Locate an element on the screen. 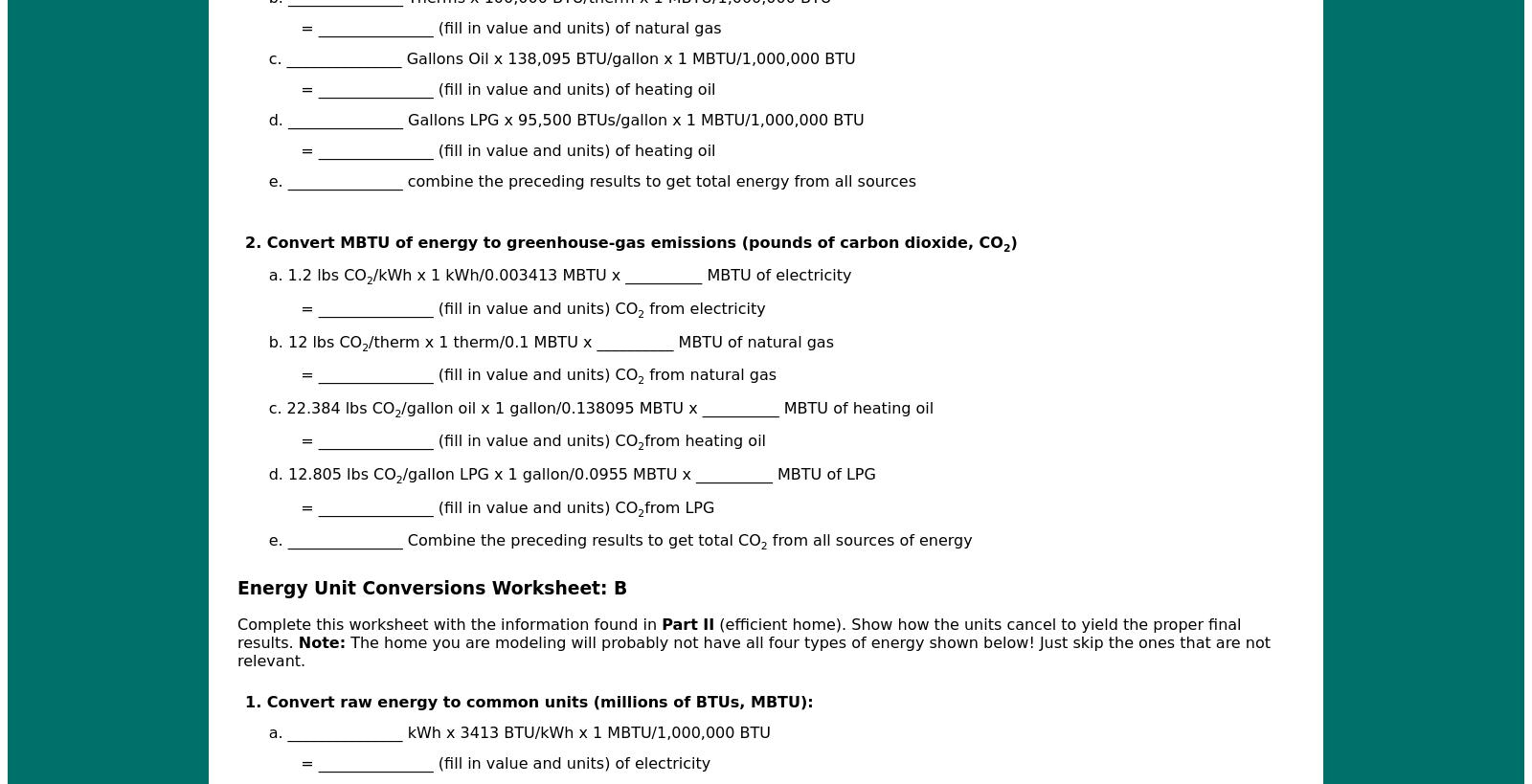 The height and width of the screenshot is (784, 1532). 'from all sources of energy' is located at coordinates (766, 540).